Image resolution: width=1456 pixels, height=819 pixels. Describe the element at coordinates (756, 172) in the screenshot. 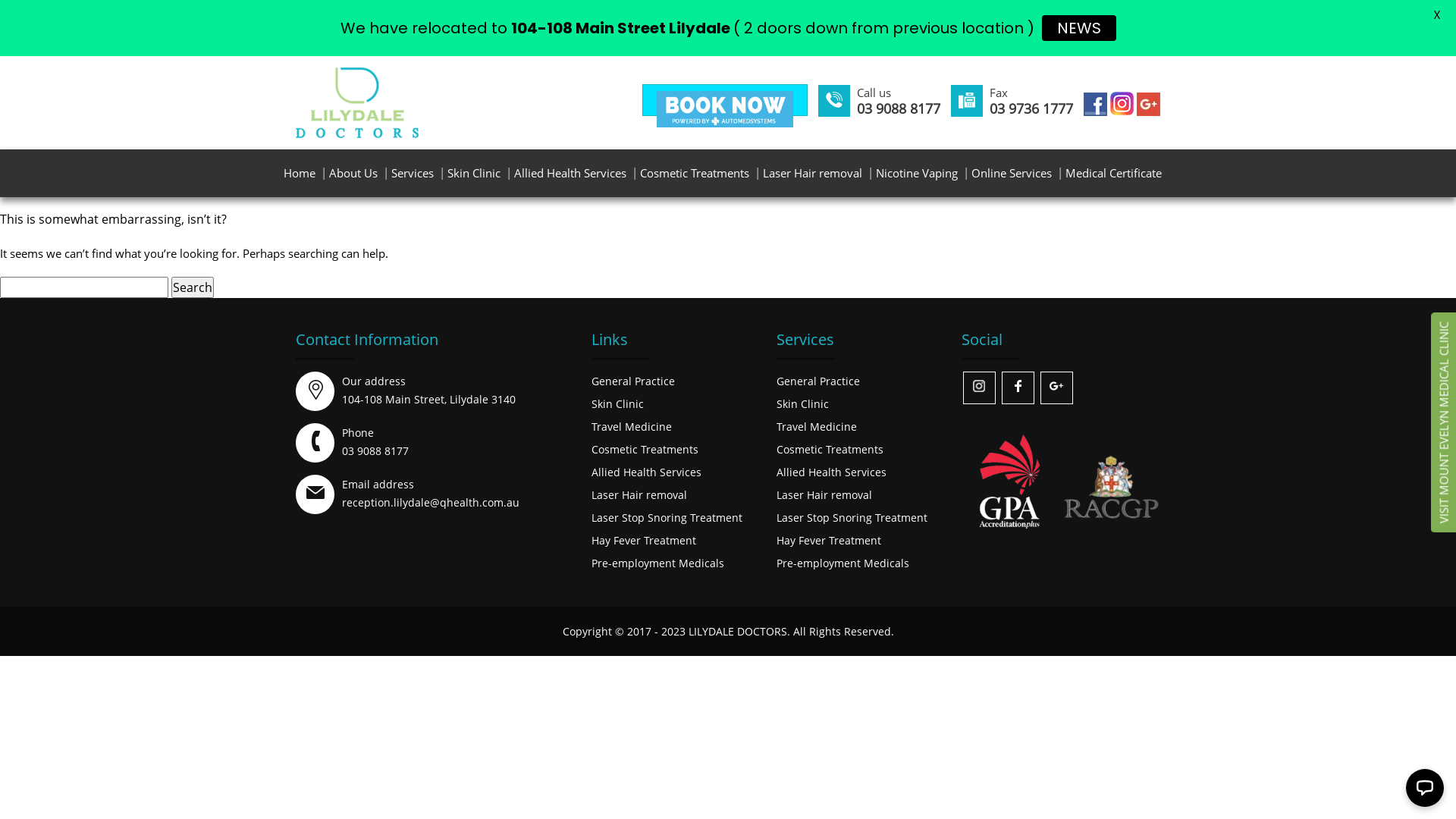

I see `'Laser Hair removal'` at that location.